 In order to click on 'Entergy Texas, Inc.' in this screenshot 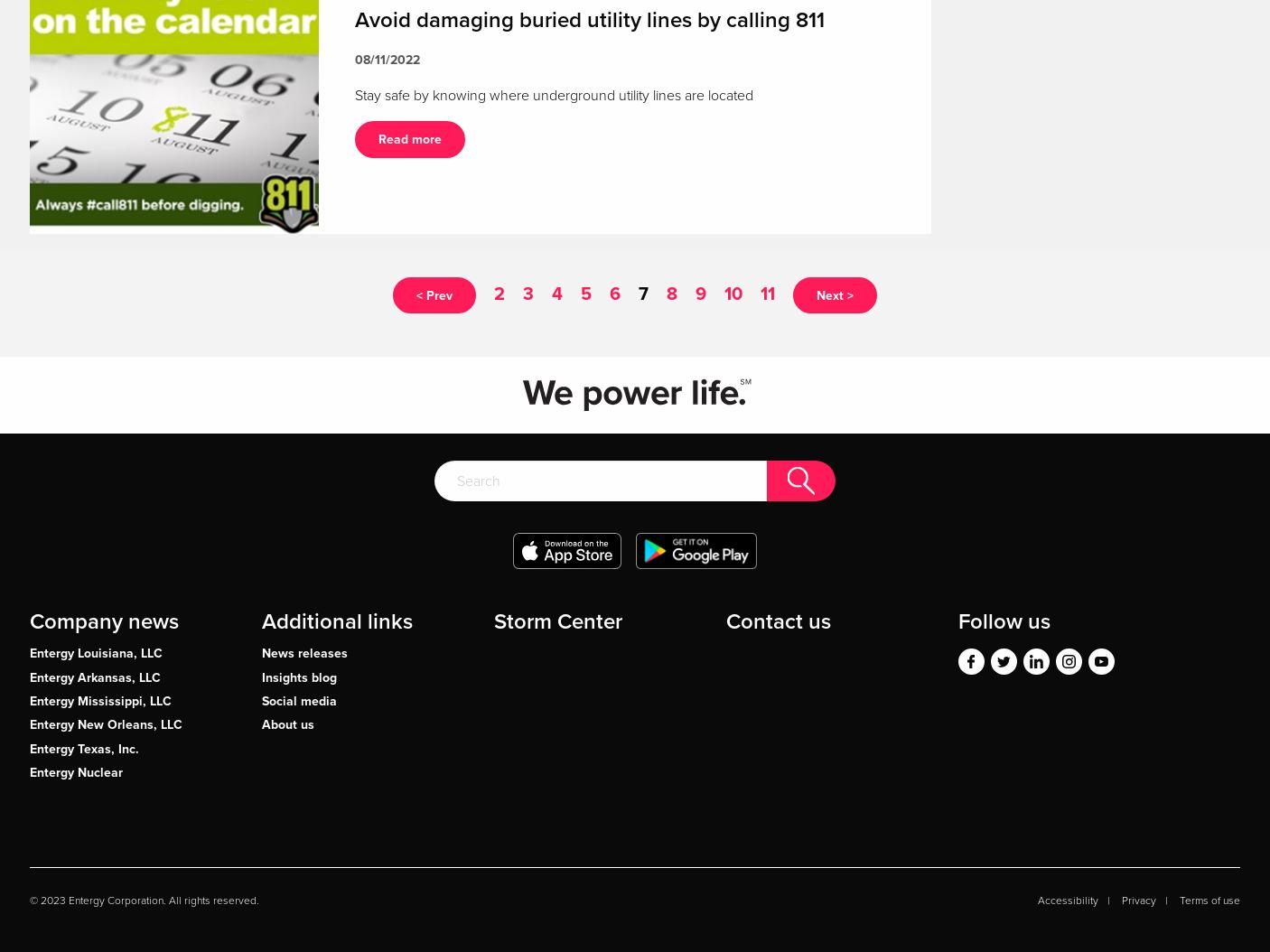, I will do `click(83, 747)`.